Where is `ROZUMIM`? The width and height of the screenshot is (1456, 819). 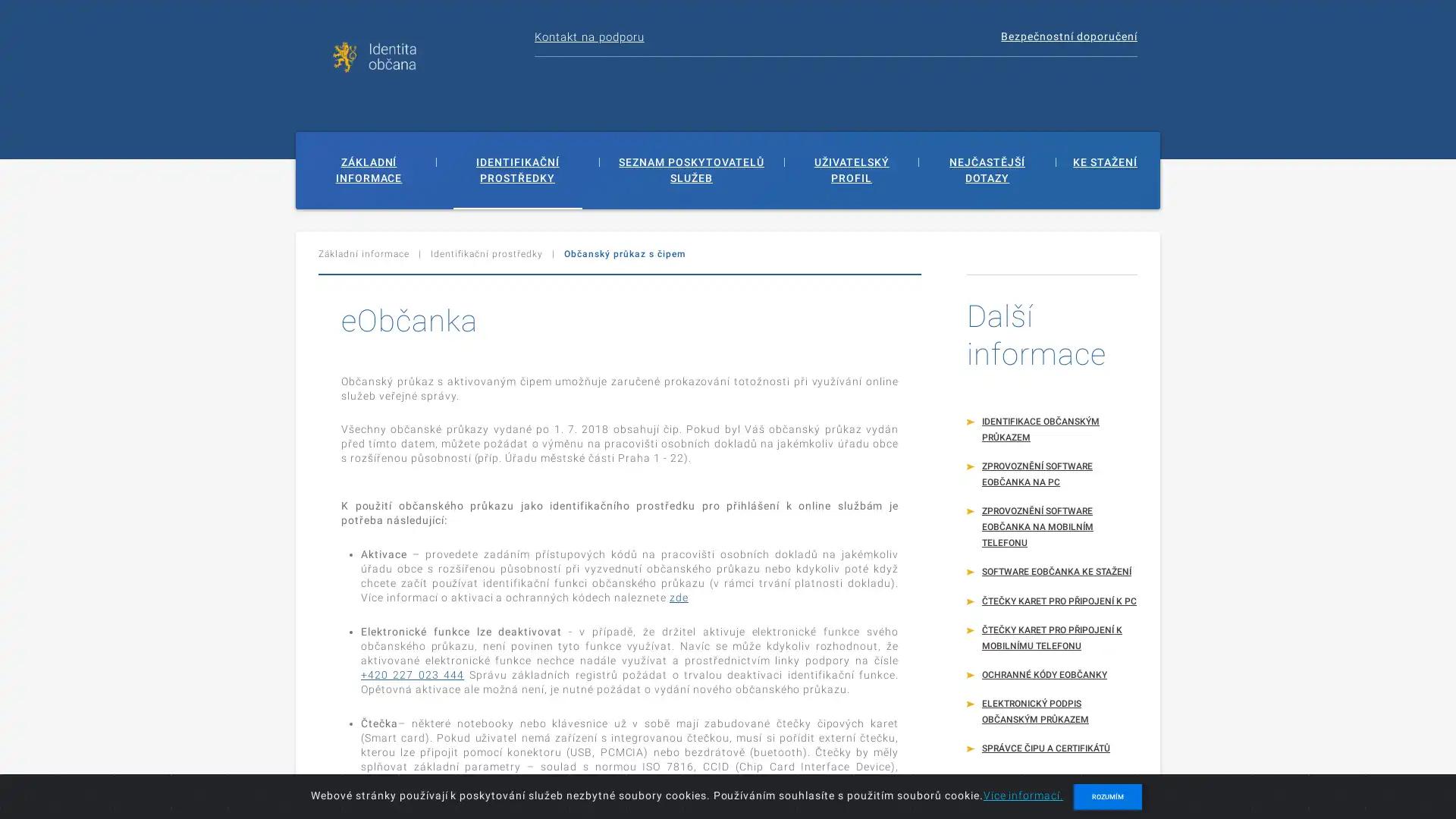 ROZUMIM is located at coordinates (1107, 795).